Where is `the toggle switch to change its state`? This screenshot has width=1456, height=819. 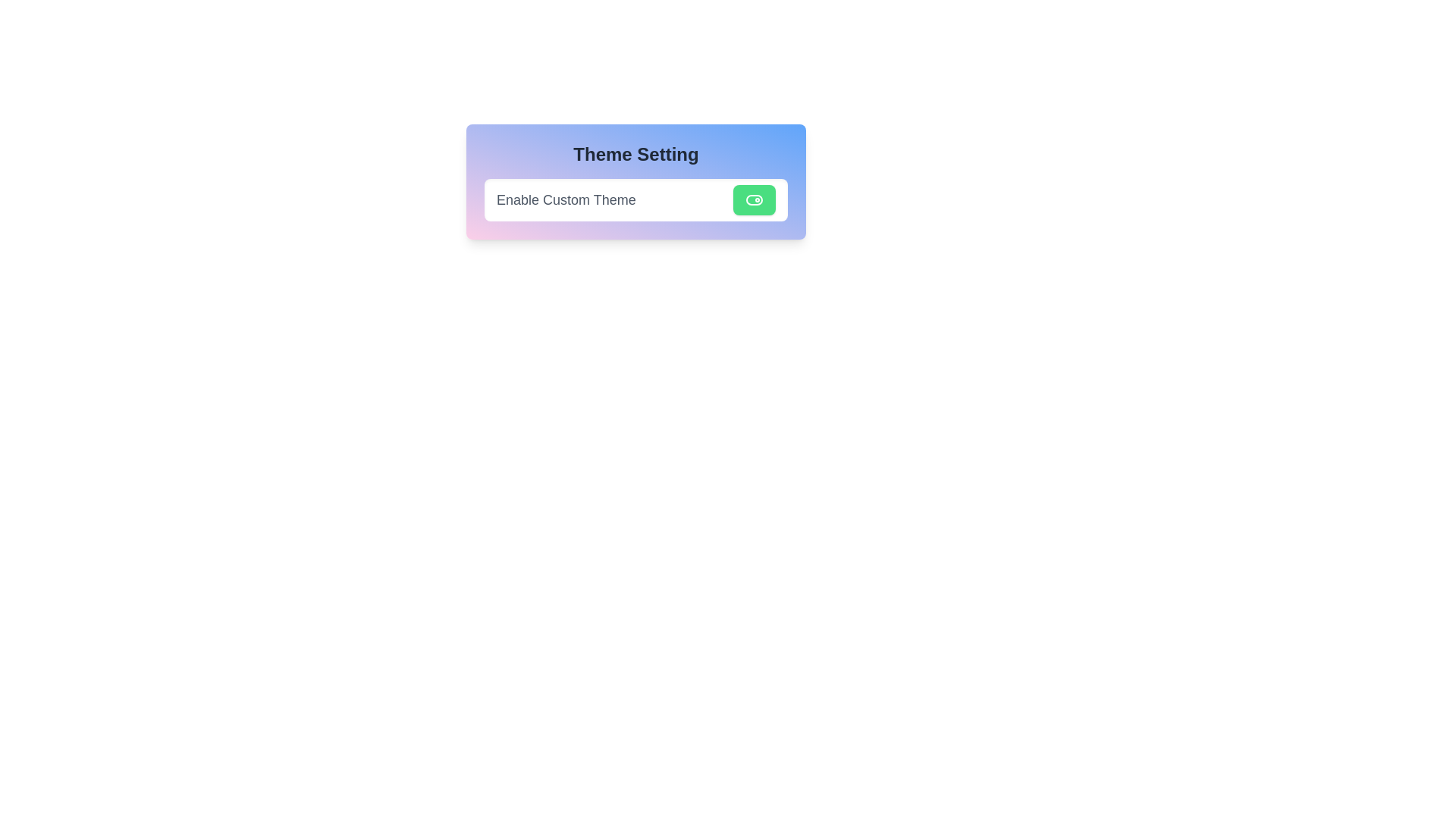 the toggle switch to change its state is located at coordinates (754, 199).